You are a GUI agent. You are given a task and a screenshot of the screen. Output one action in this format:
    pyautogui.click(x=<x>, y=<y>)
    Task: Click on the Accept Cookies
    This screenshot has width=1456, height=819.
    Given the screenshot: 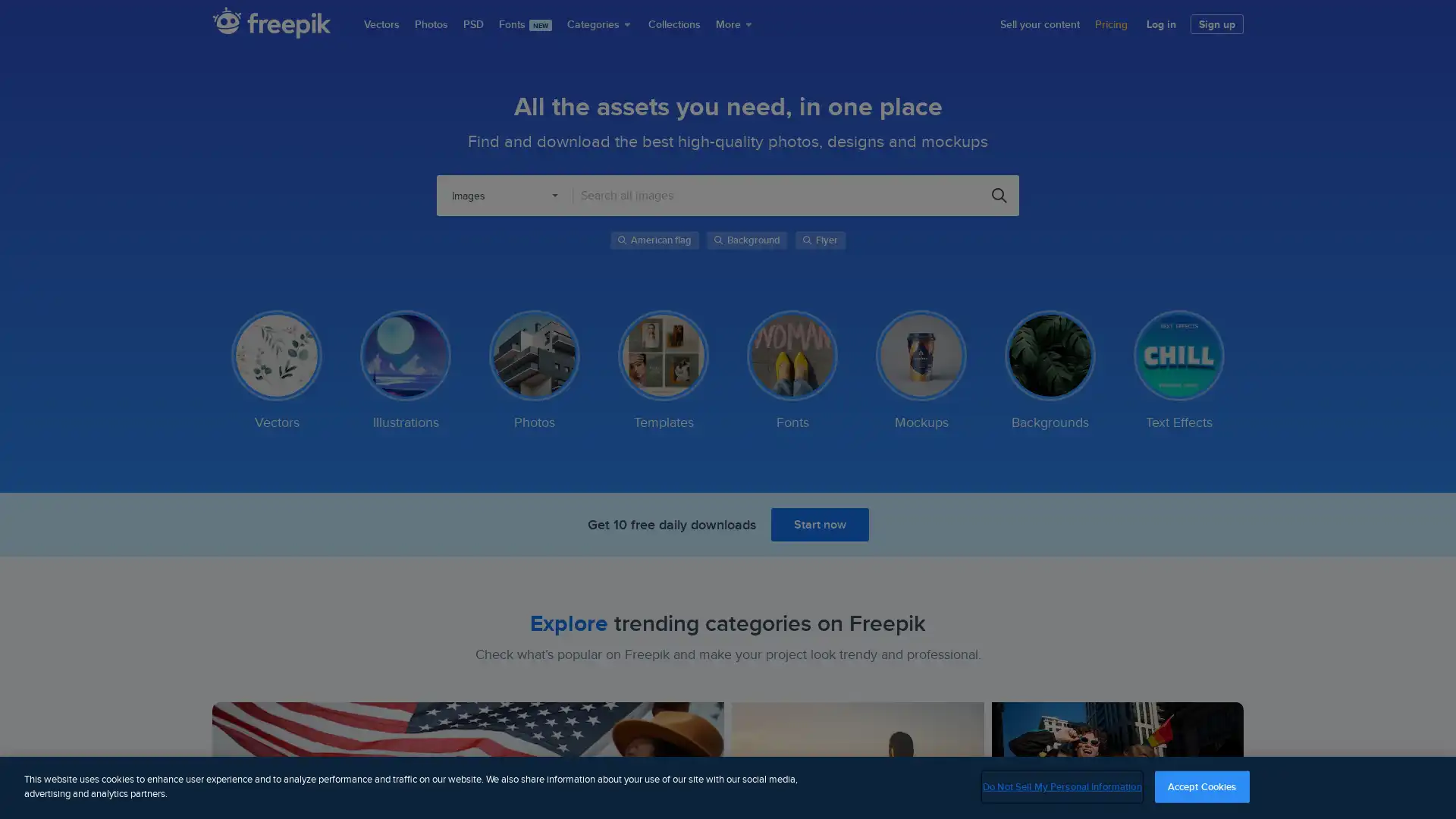 What is the action you would take?
    pyautogui.click(x=1200, y=786)
    